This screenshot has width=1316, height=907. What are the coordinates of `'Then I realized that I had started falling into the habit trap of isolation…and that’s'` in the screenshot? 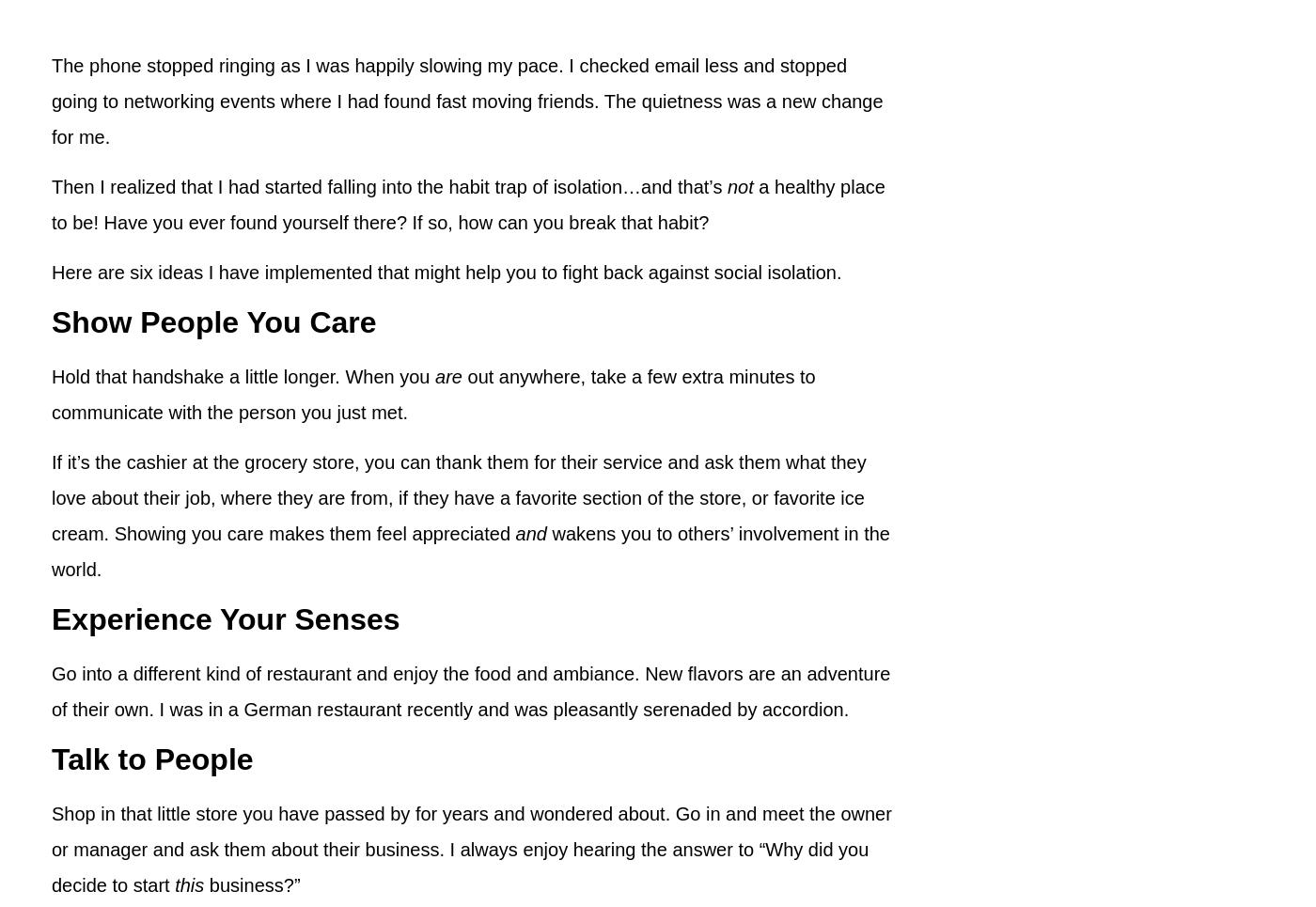 It's located at (388, 186).